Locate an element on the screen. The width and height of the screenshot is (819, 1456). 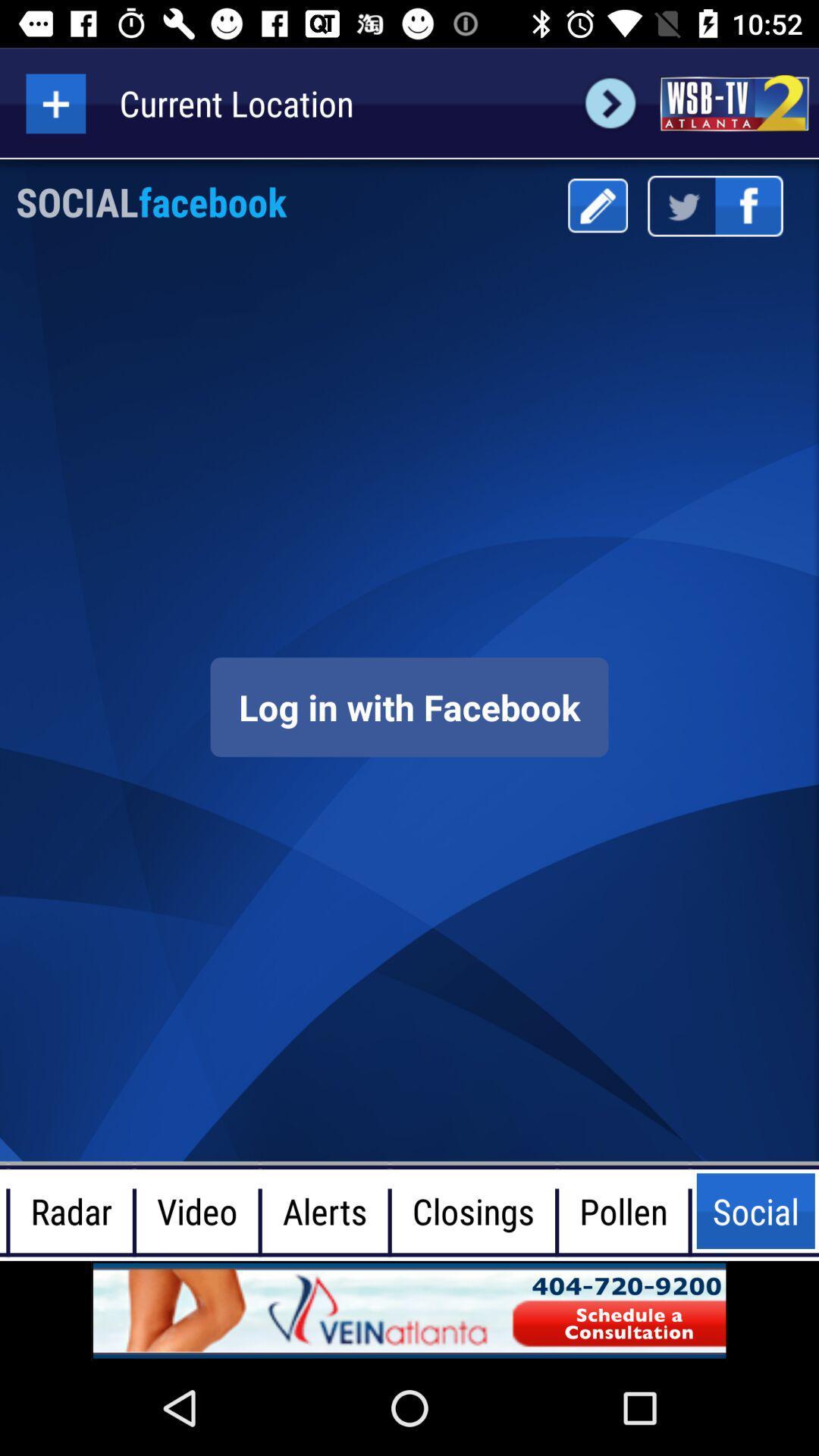
wsb-tv channel 2 weather is located at coordinates (733, 102).